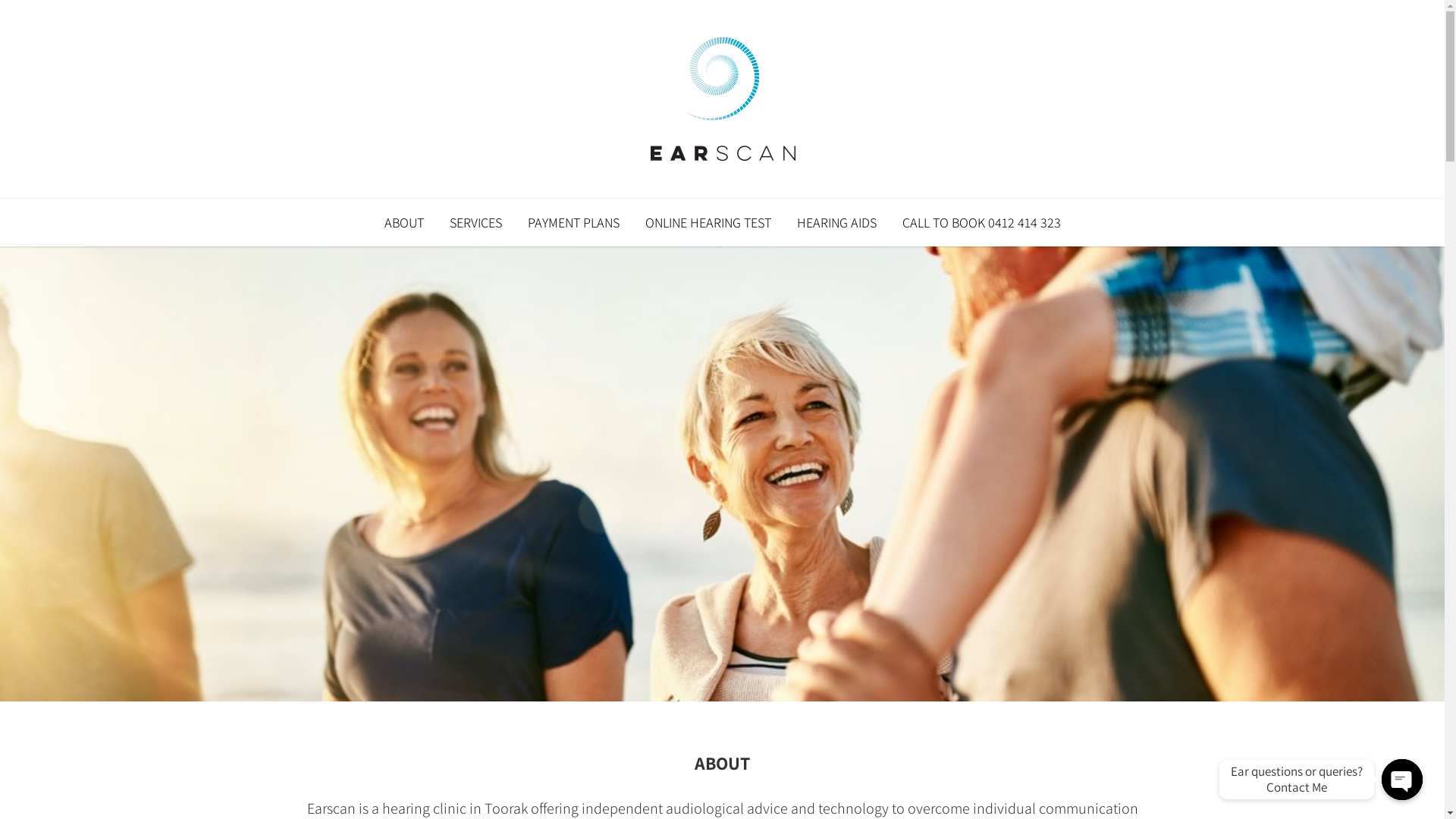 This screenshot has height=819, width=1456. I want to click on 'CALL TO BOOK 0412 414 323', so click(890, 222).